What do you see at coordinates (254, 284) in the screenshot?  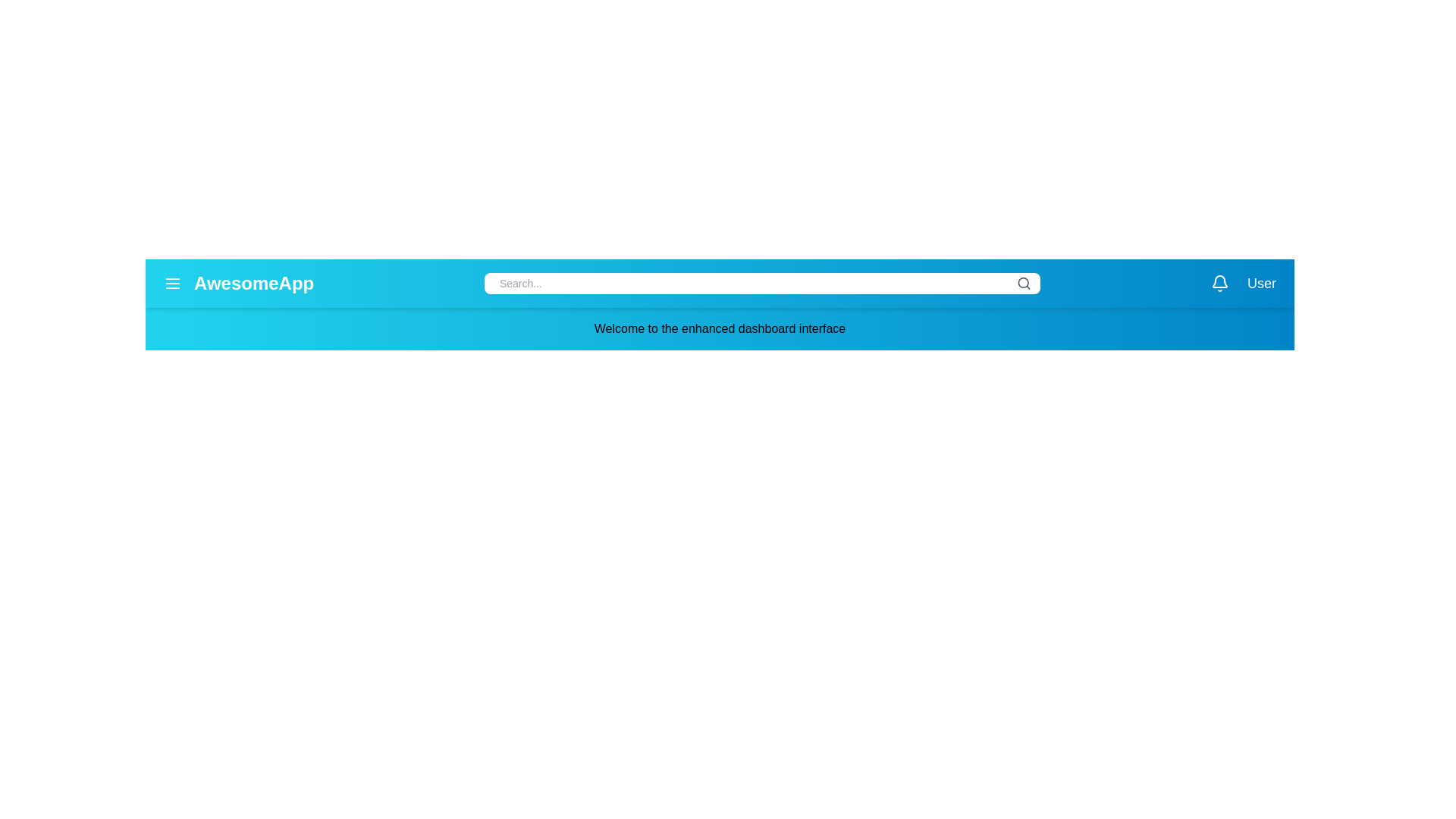 I see `the prominent text label 'AwesomeApp' styled in bold white font, located in the header bar, to the right of the menu icon` at bounding box center [254, 284].